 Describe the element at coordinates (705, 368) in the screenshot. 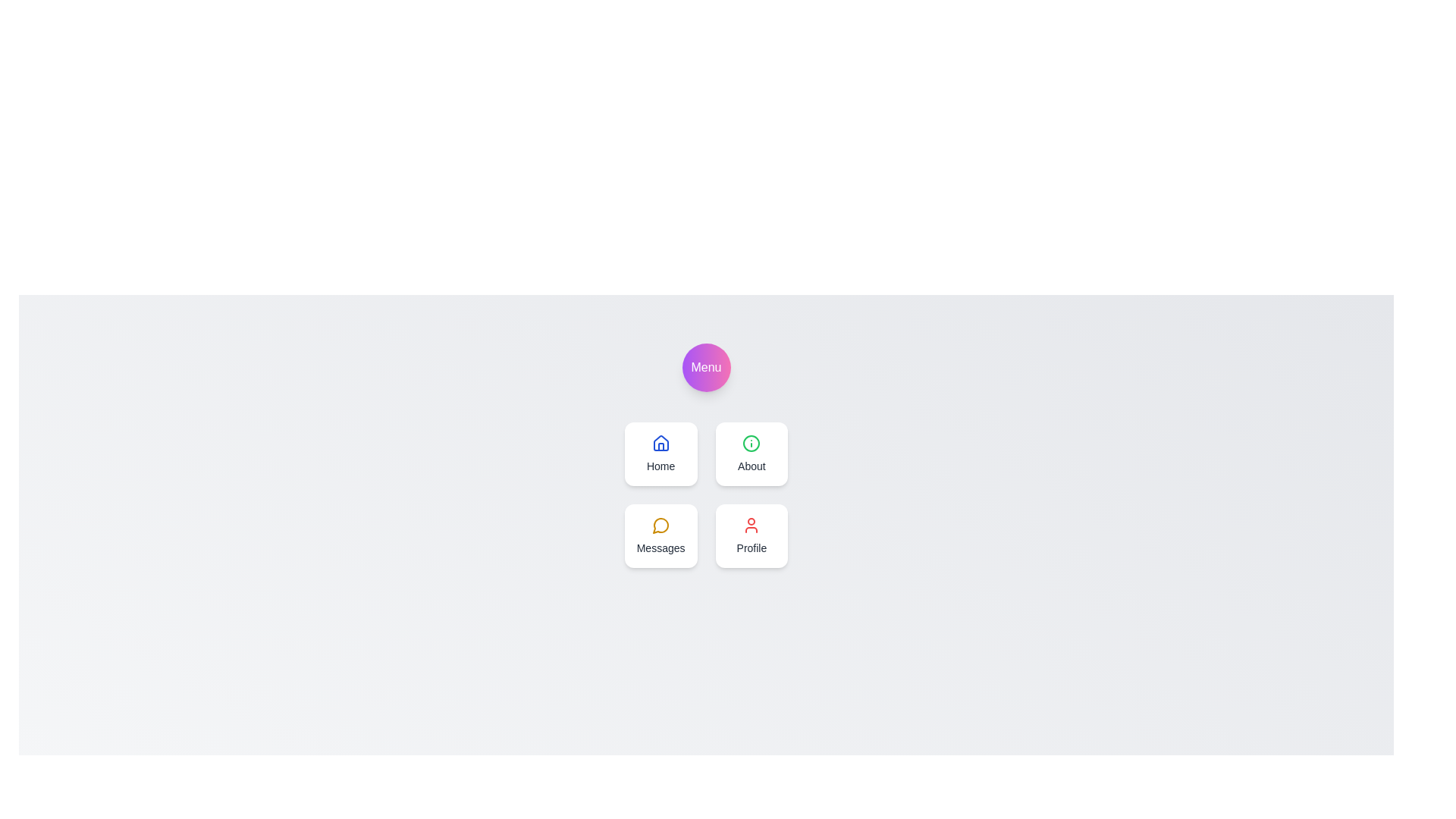

I see `the 'Menu' button to toggle the menu visibility` at that location.